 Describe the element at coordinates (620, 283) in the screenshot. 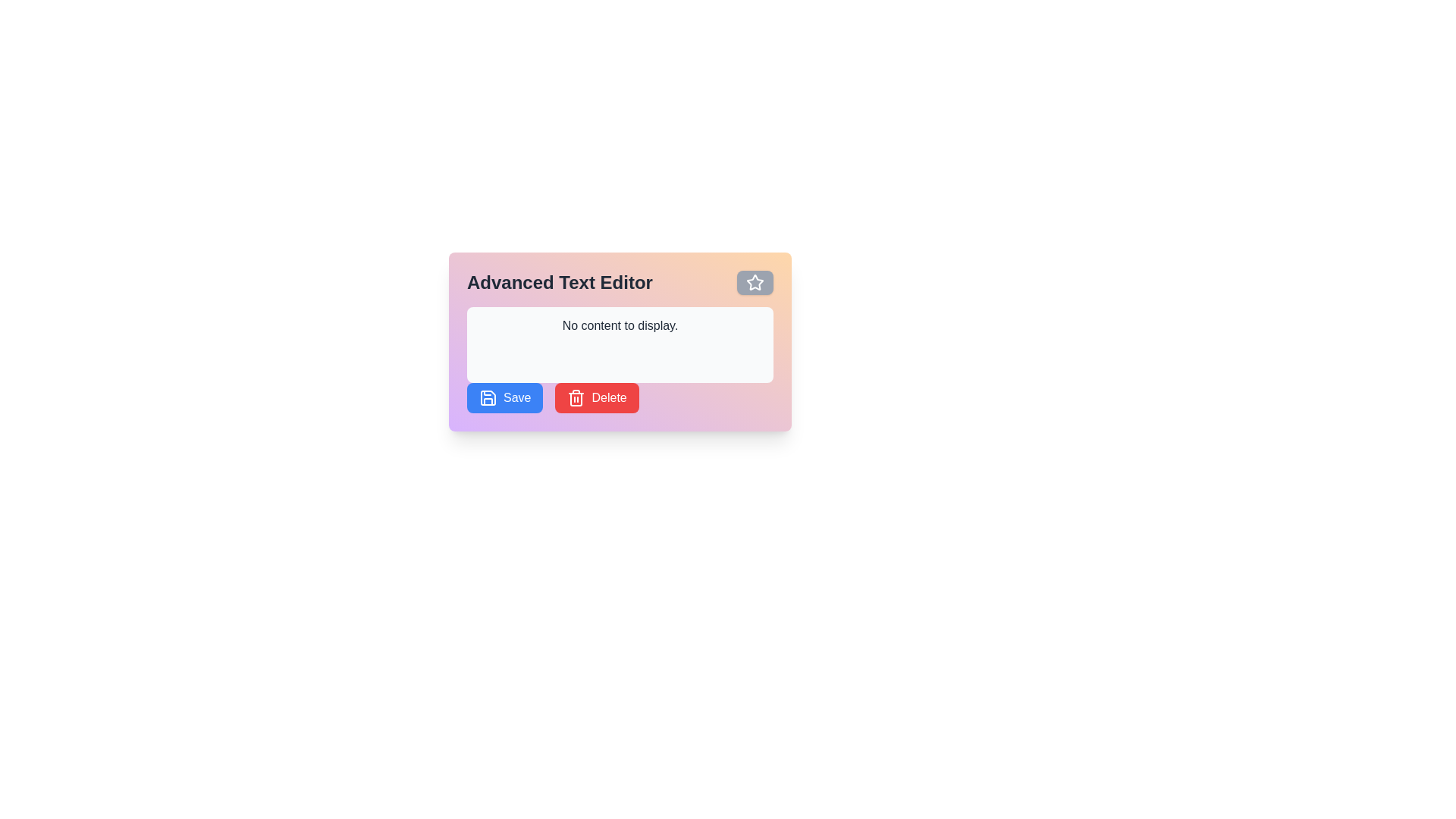

I see `the heading text label located at the top of the content panel, indicating the section's purpose, which is positioned above the textbox labeled 'No content` at that location.